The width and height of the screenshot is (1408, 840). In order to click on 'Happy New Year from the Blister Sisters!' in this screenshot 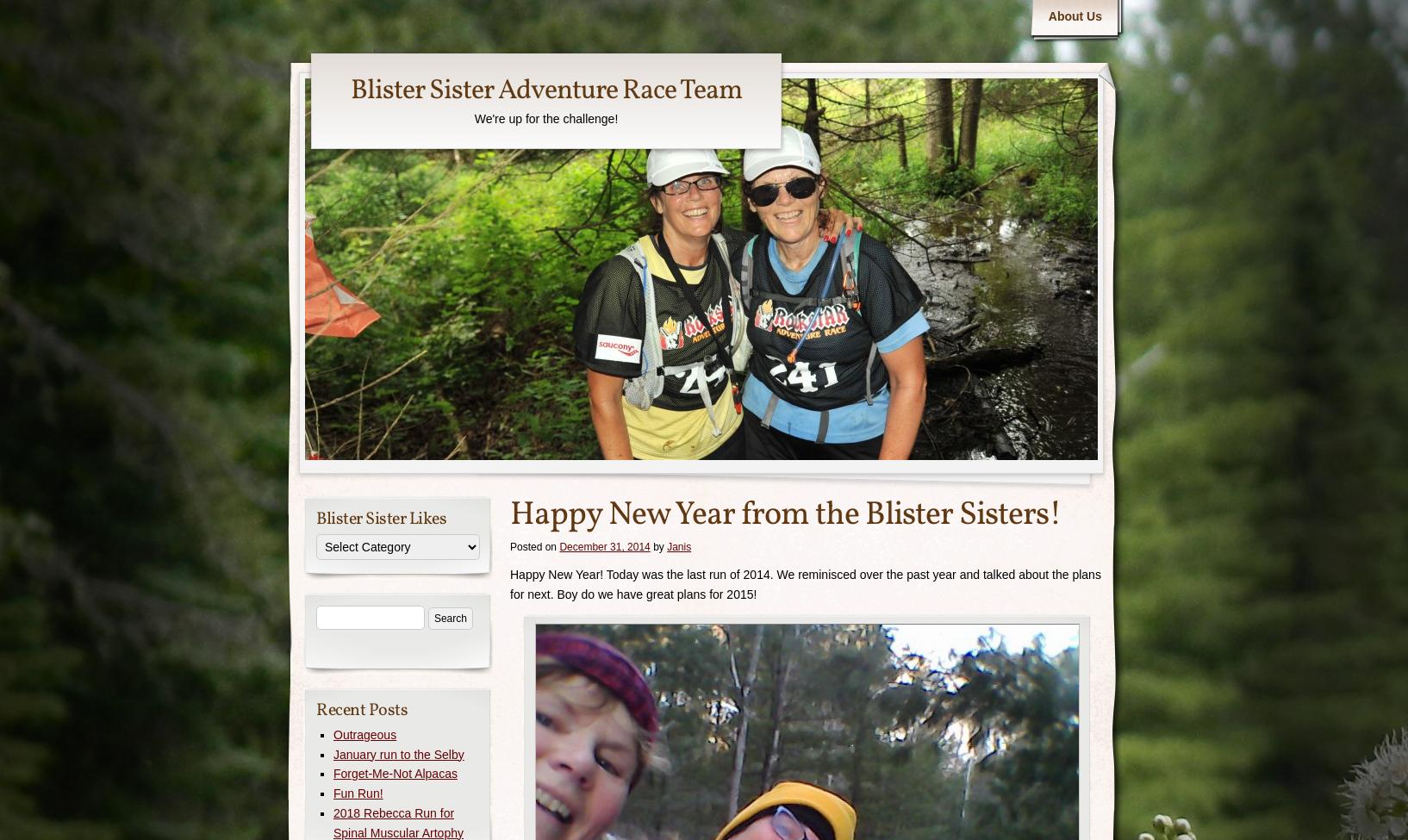, I will do `click(785, 514)`.